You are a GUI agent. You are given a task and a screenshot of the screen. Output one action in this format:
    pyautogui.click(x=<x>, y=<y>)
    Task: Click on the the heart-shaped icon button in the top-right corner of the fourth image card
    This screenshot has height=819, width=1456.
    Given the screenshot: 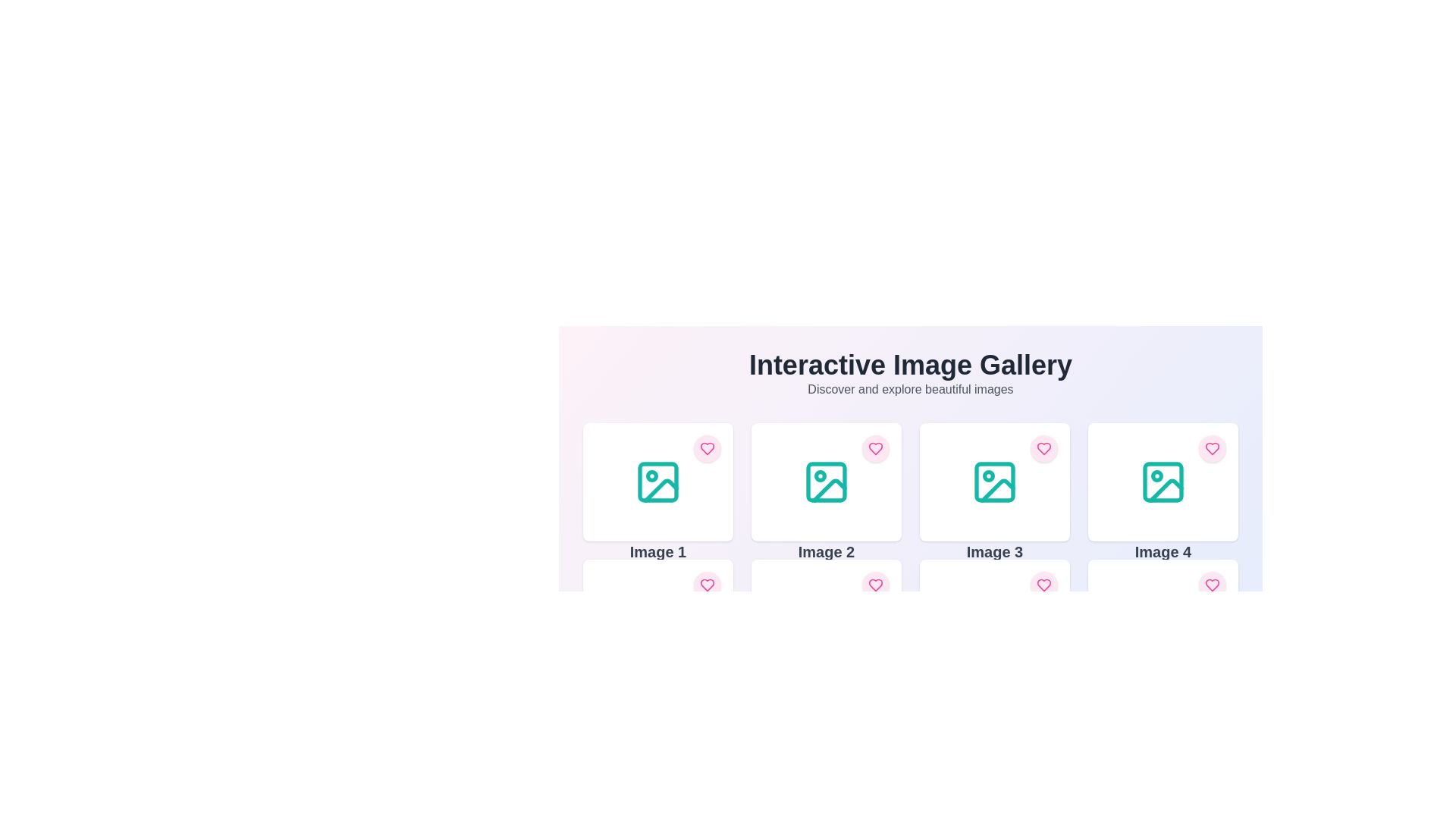 What is the action you would take?
    pyautogui.click(x=1211, y=584)
    